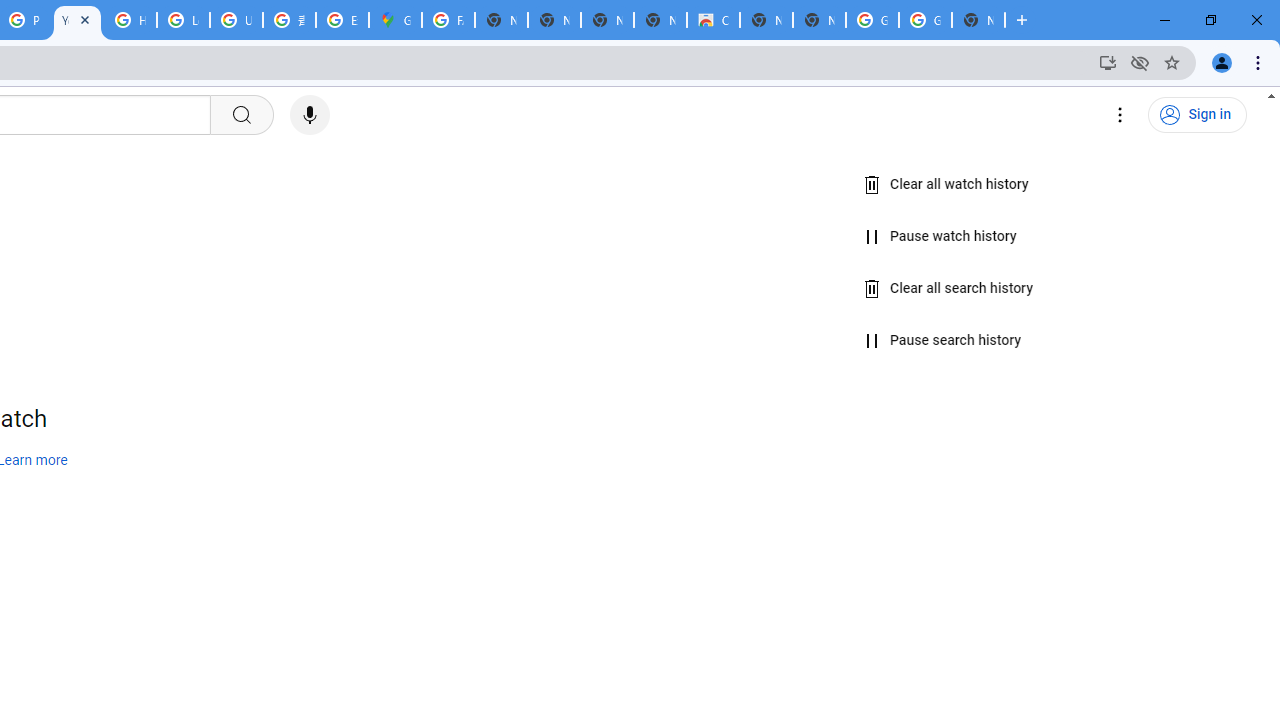  Describe the element at coordinates (946, 185) in the screenshot. I see `'Clear all watch history'` at that location.